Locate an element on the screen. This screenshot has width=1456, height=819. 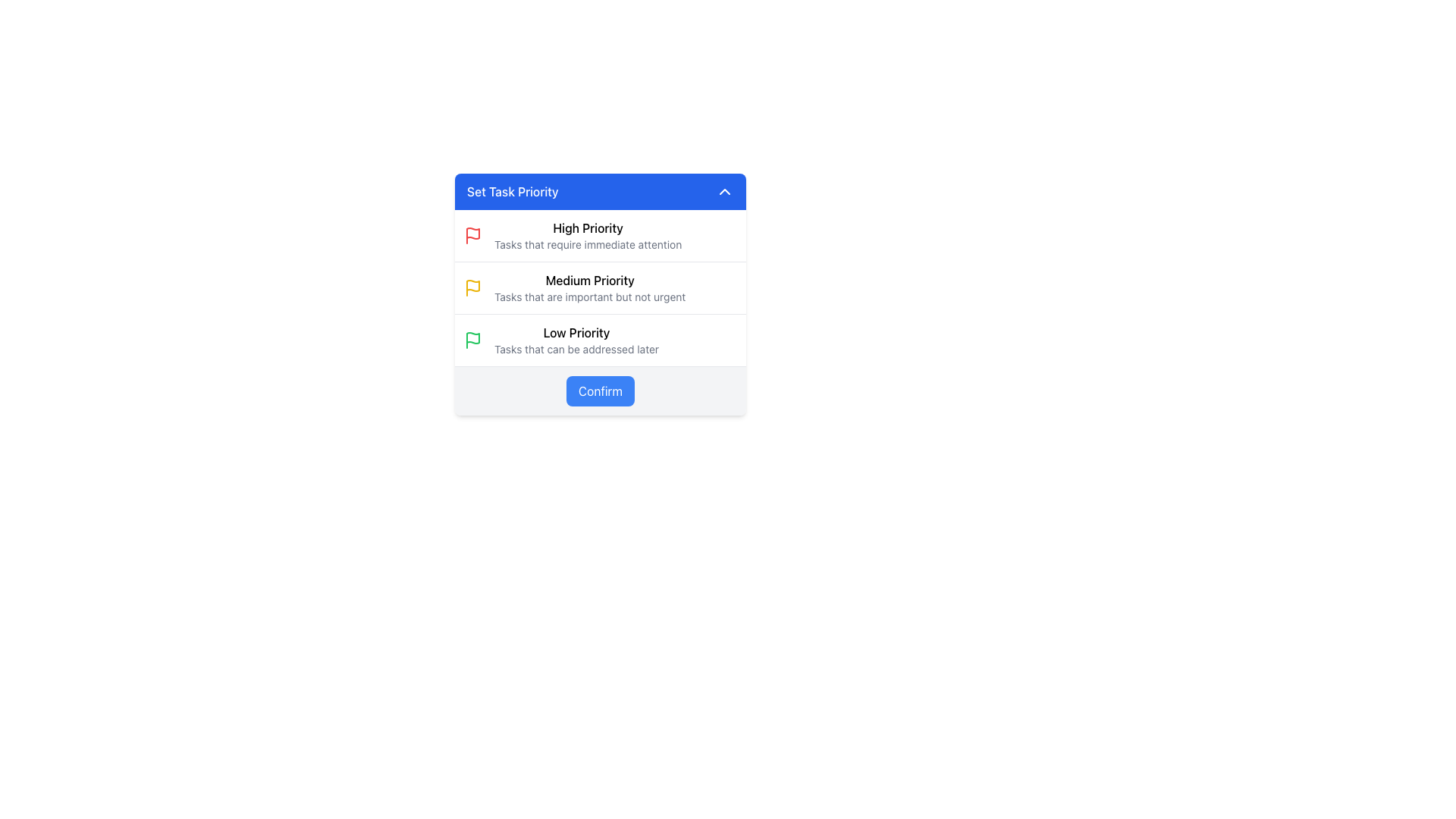
the third item in the 'Set Task Priority' menu, which designates the task as low priority, represented by a text label with a green flag icon preceding it is located at coordinates (576, 339).